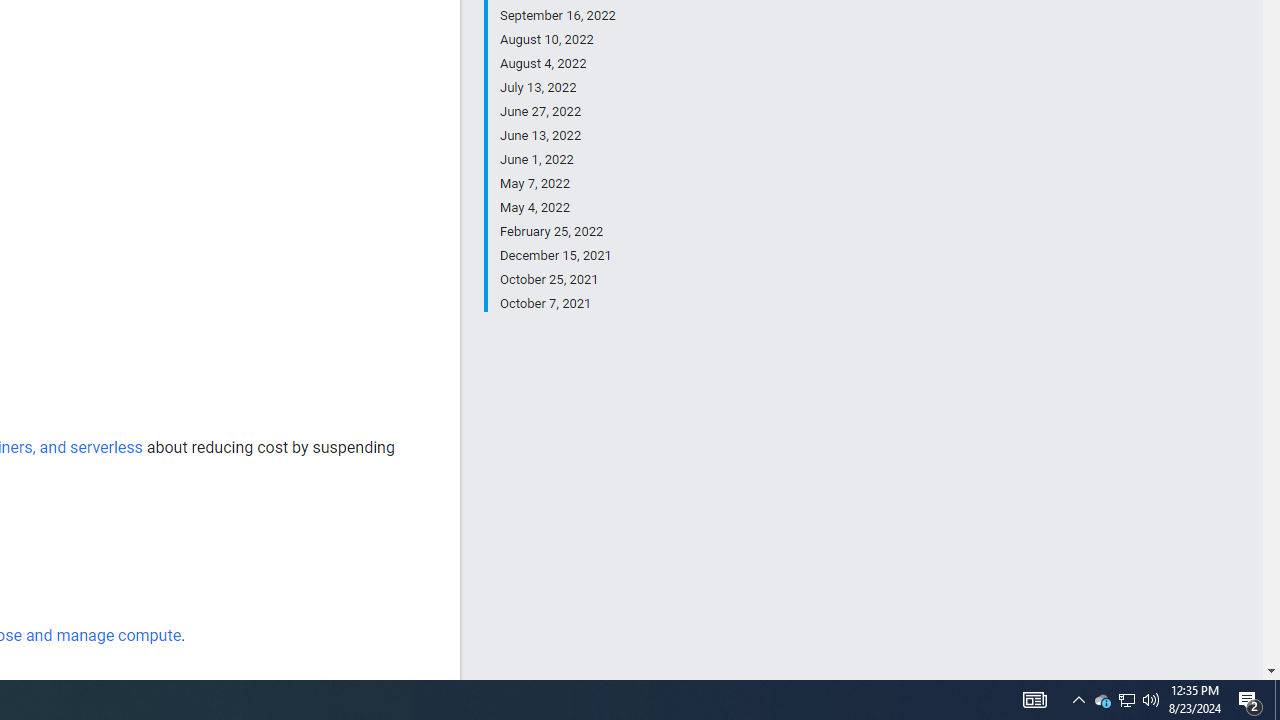  Describe the element at coordinates (557, 16) in the screenshot. I see `'September 16, 2022'` at that location.